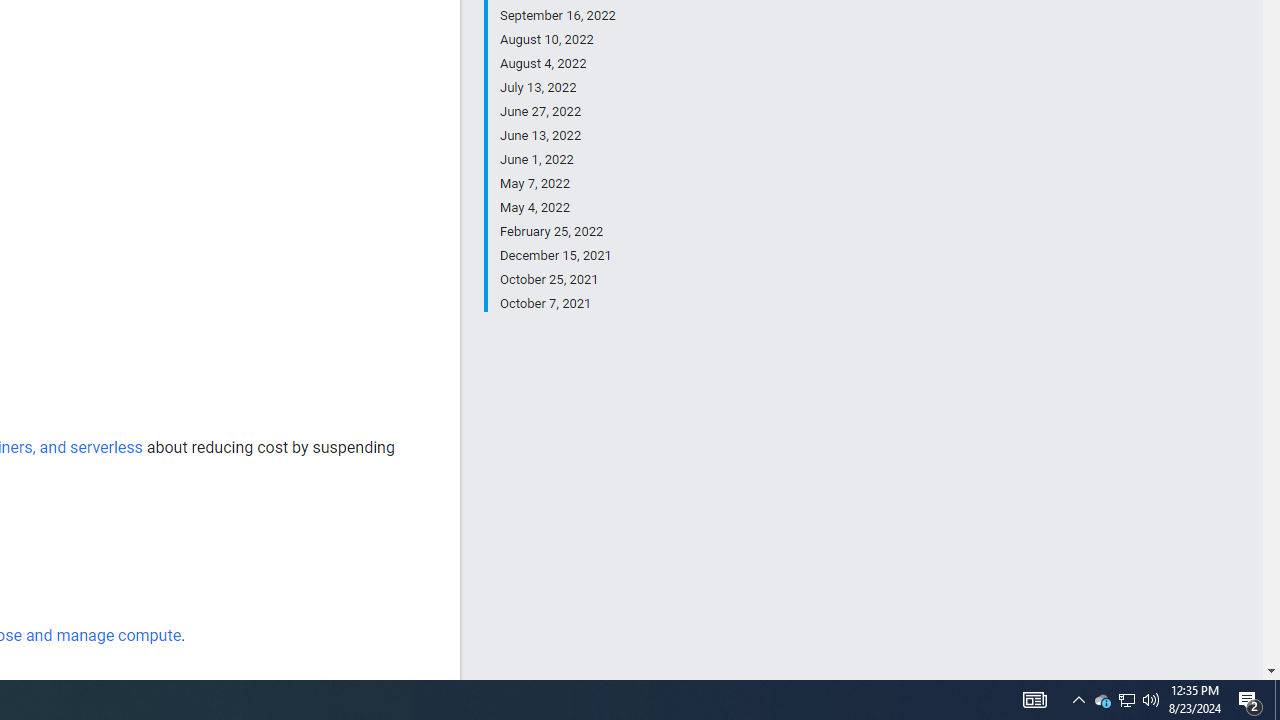  Describe the element at coordinates (557, 16) in the screenshot. I see `'September 16, 2022'` at that location.